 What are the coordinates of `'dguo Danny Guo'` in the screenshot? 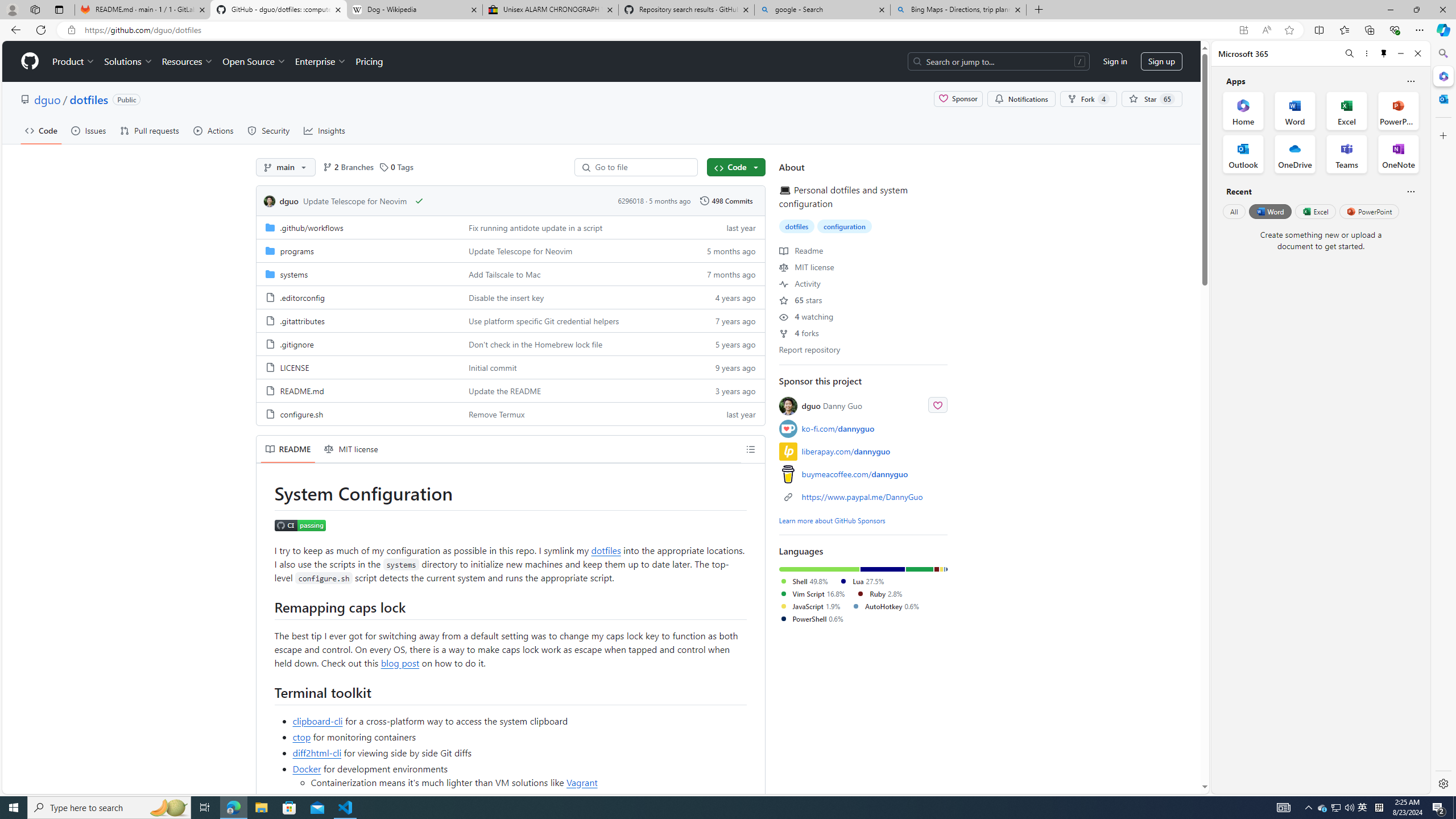 It's located at (863, 405).